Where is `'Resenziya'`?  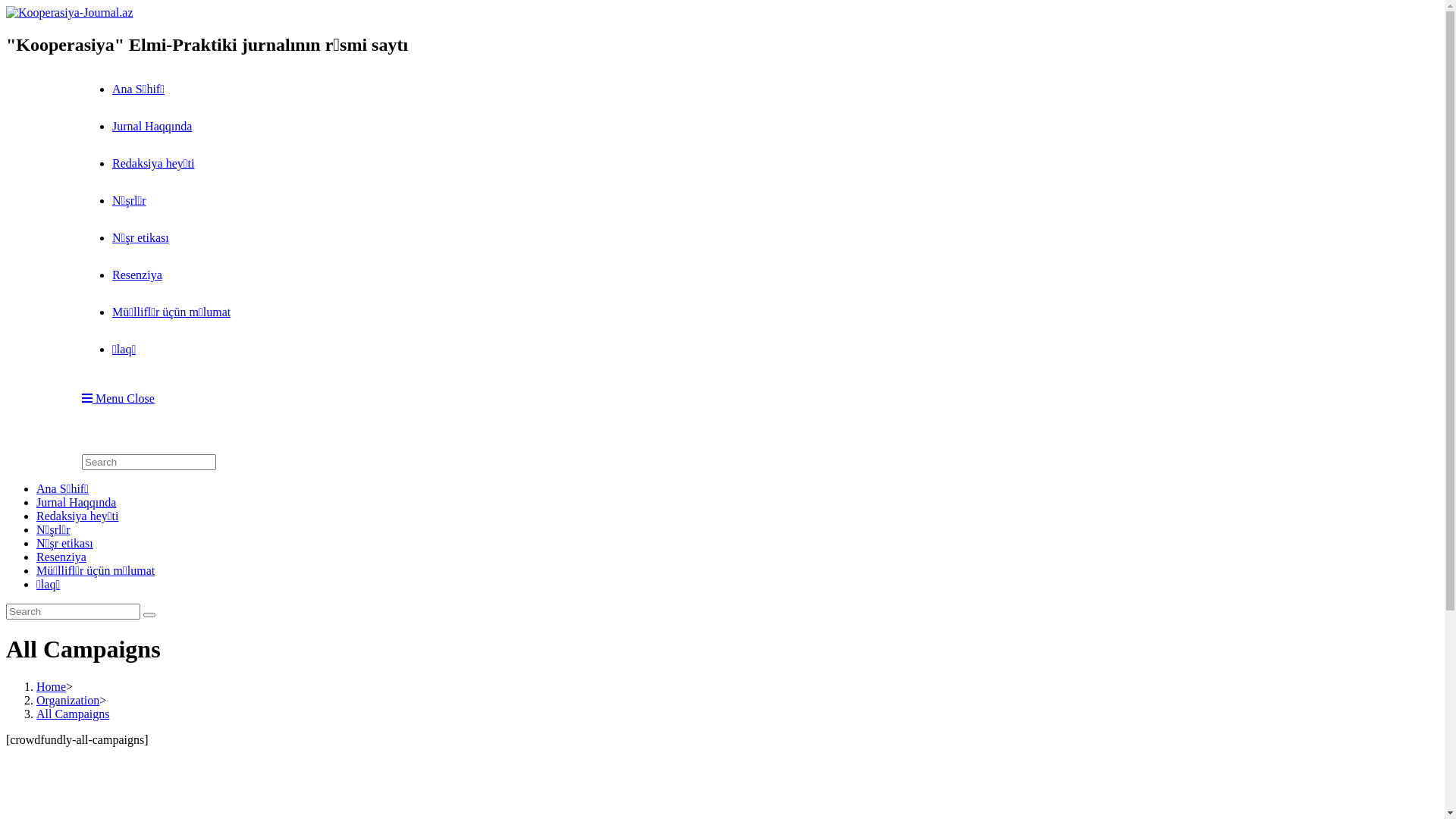
'Resenziya' is located at coordinates (61, 557).